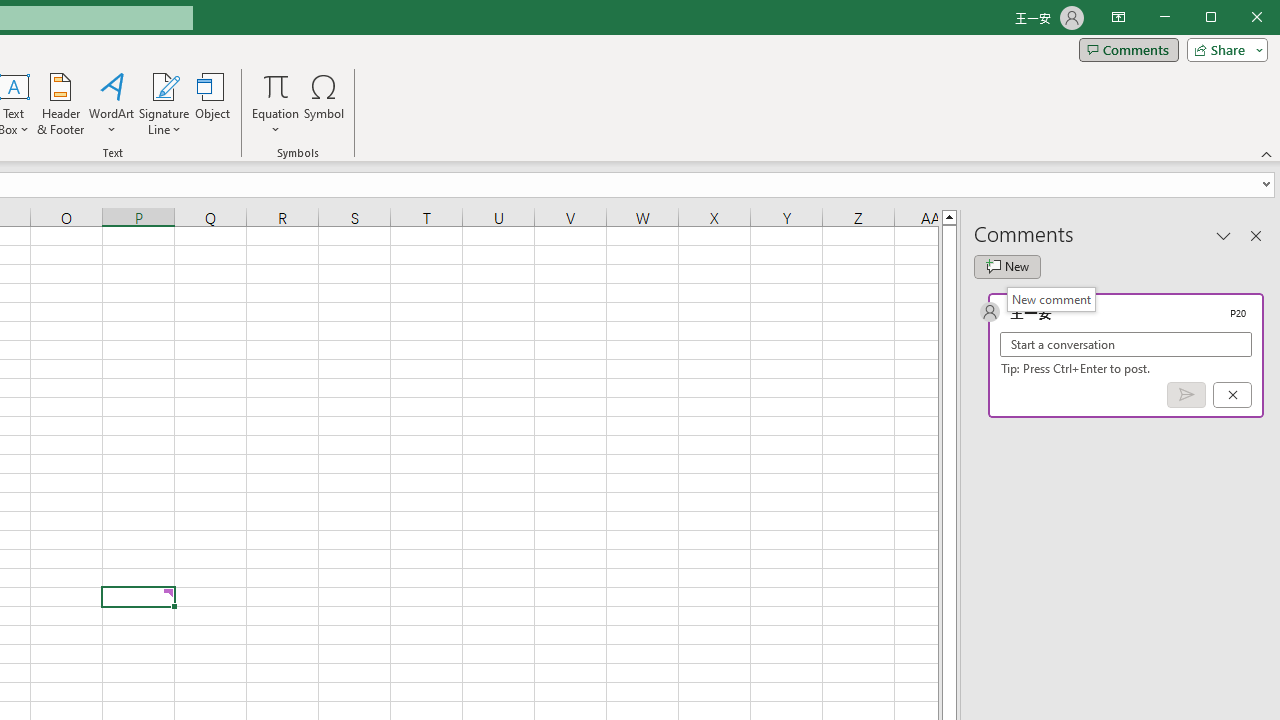  What do you see at coordinates (274, 104) in the screenshot?
I see `'Equation'` at bounding box center [274, 104].